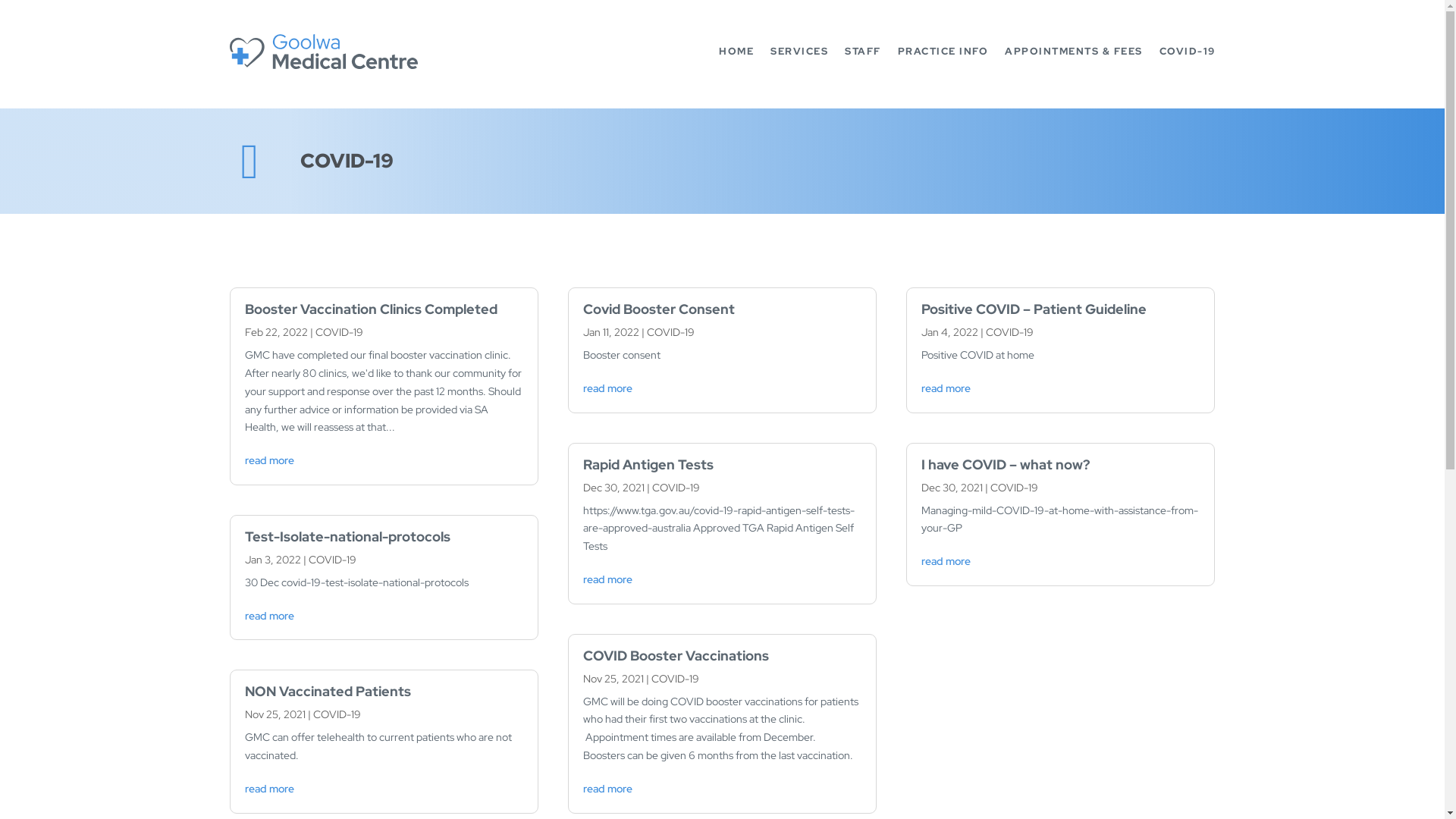 This screenshot has height=819, width=1456. Describe the element at coordinates (331, 559) in the screenshot. I see `'COVID-19'` at that location.